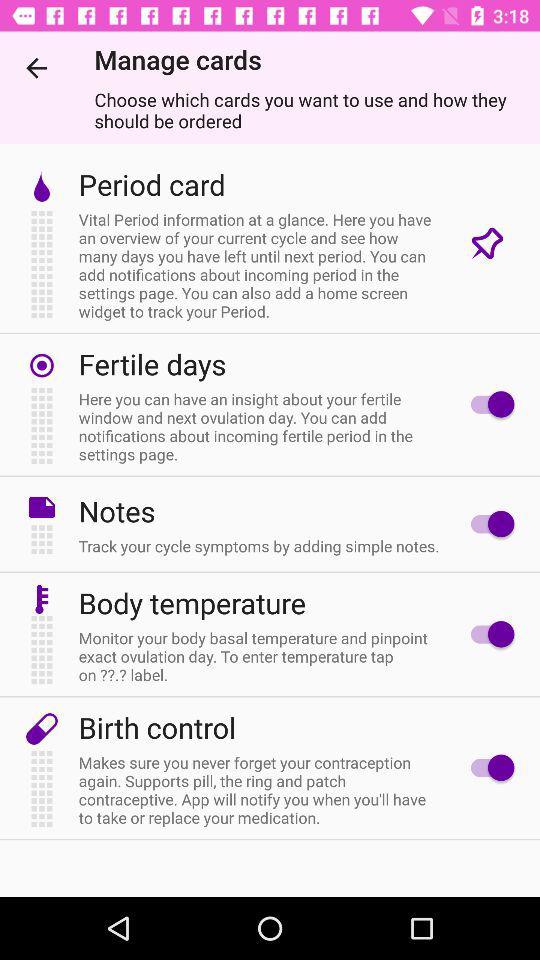  I want to click on switch on notes, so click(486, 523).